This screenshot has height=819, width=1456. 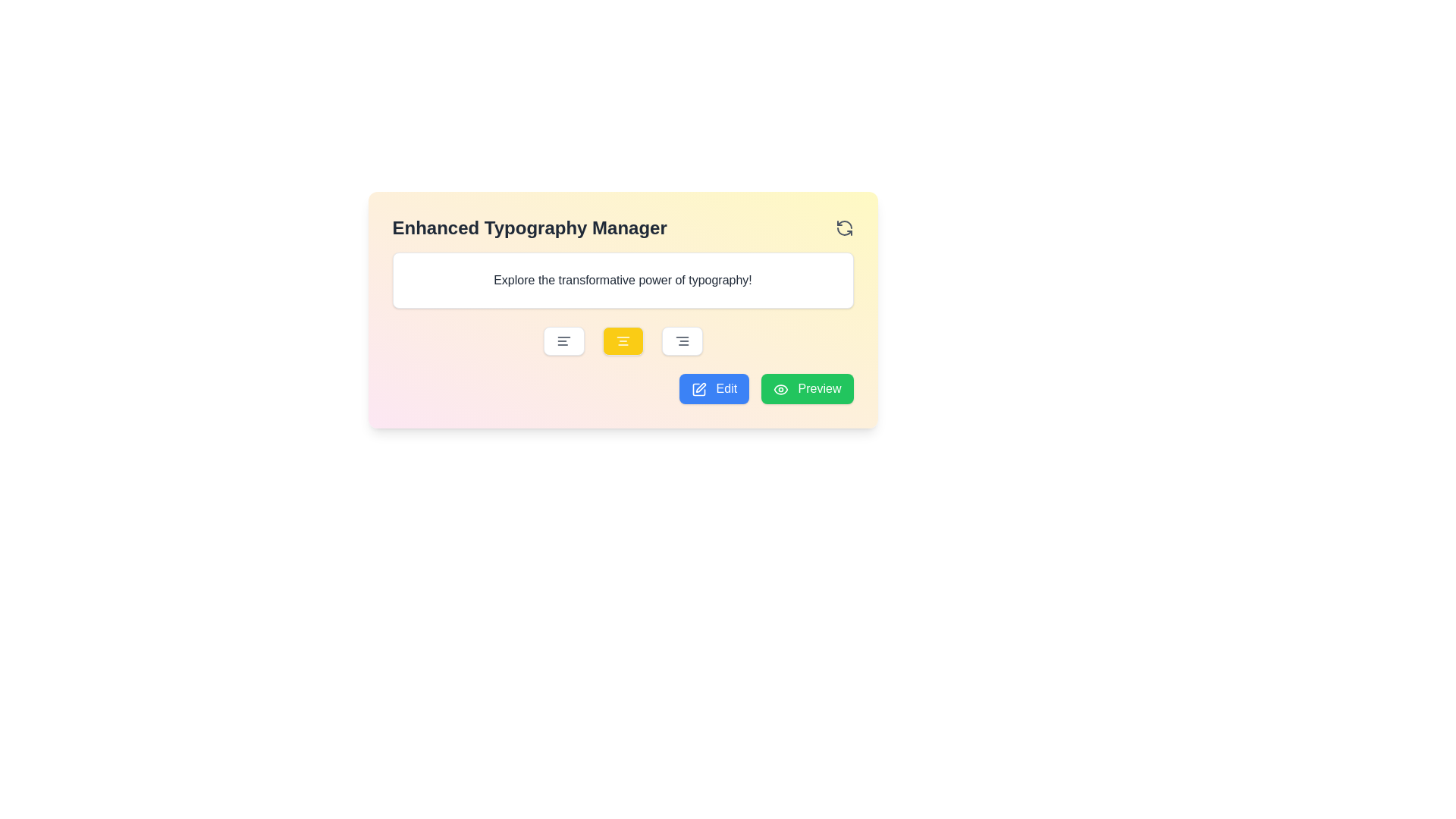 I want to click on the eye icon located at the leftmost position of the green 'Preview' button to initiate the preview action, so click(x=781, y=388).